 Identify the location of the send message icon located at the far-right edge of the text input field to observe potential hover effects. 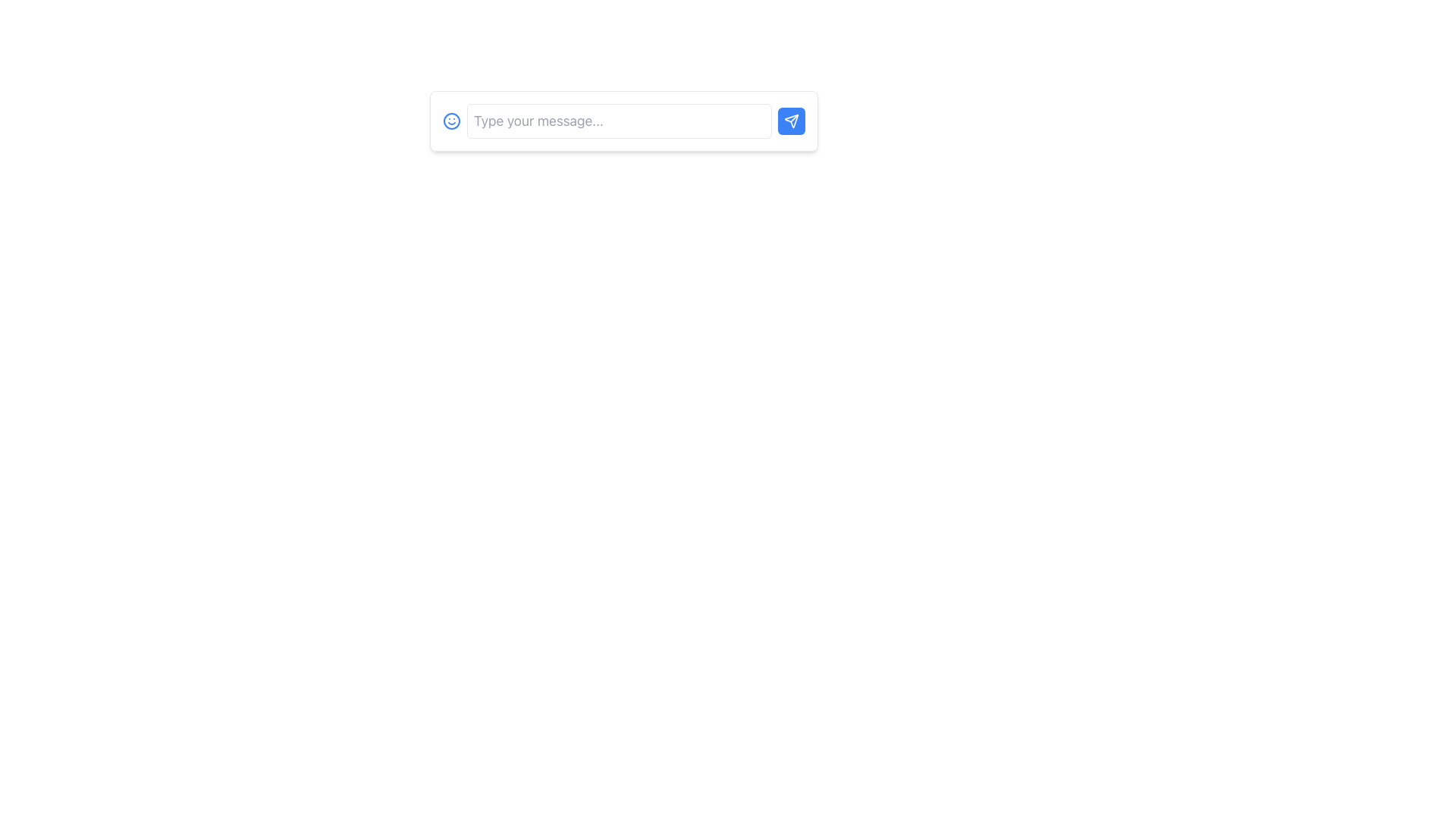
(790, 120).